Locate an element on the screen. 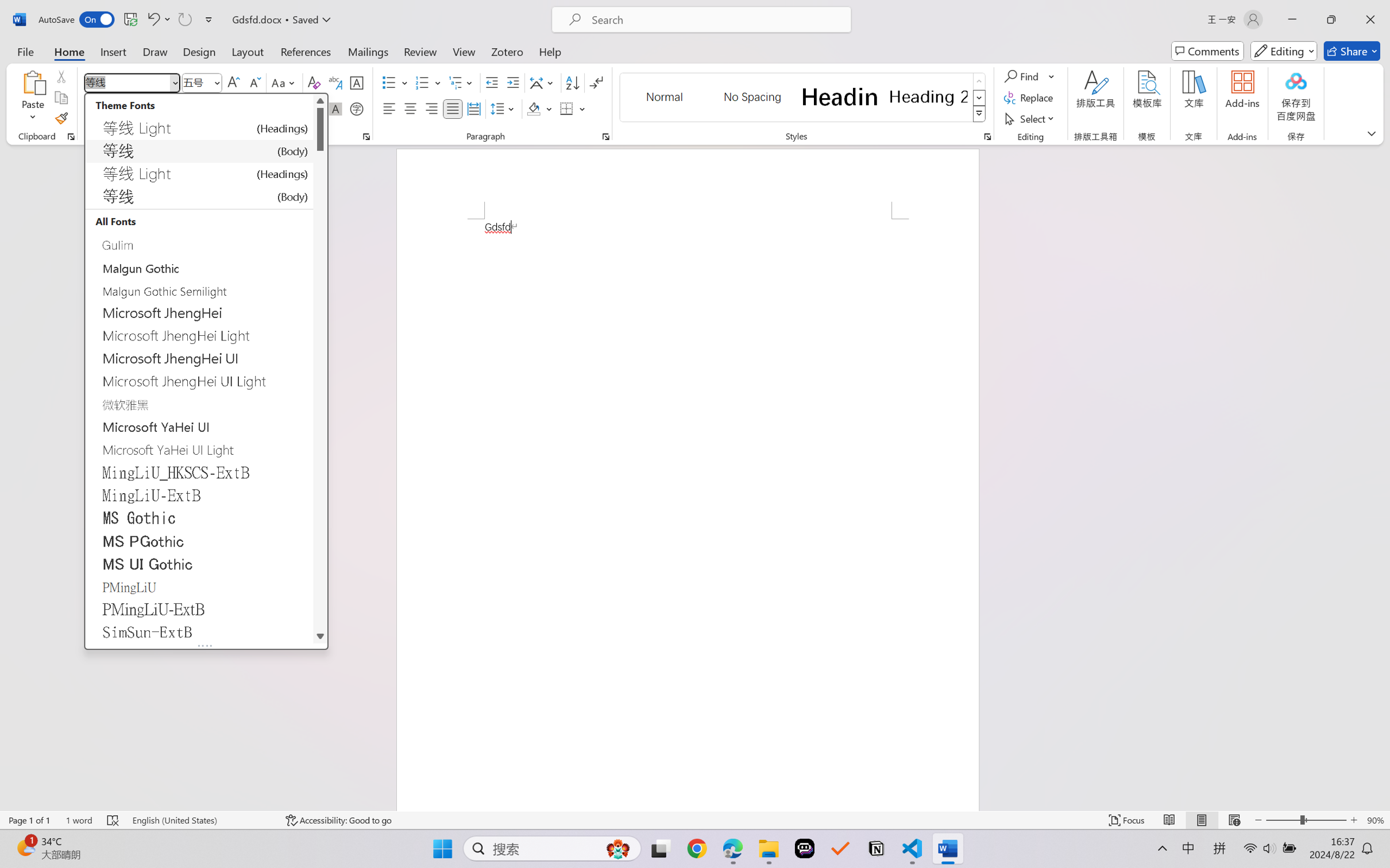  'Line and Paragraph Spacing' is located at coordinates (503, 108).